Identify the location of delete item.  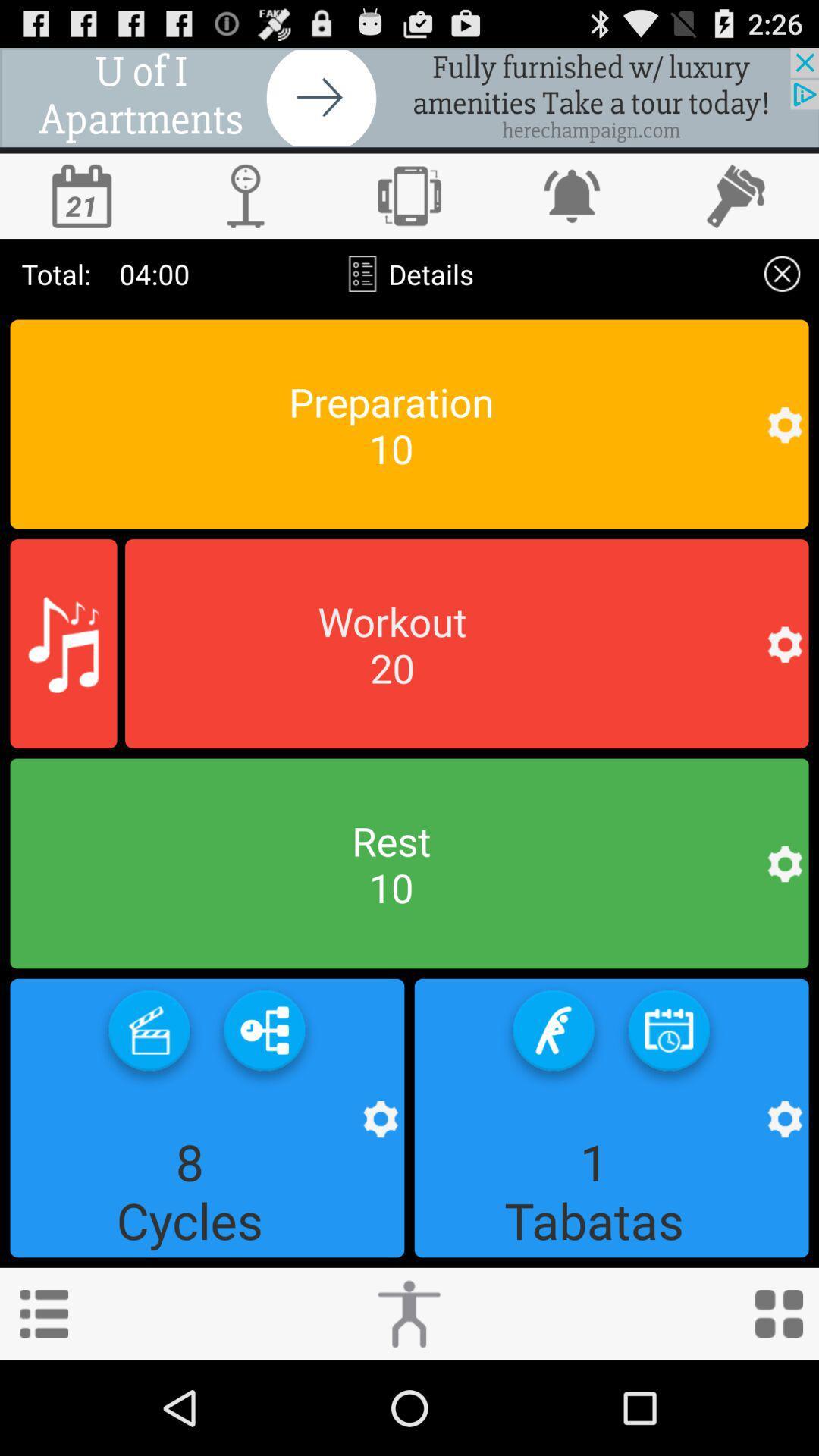
(782, 274).